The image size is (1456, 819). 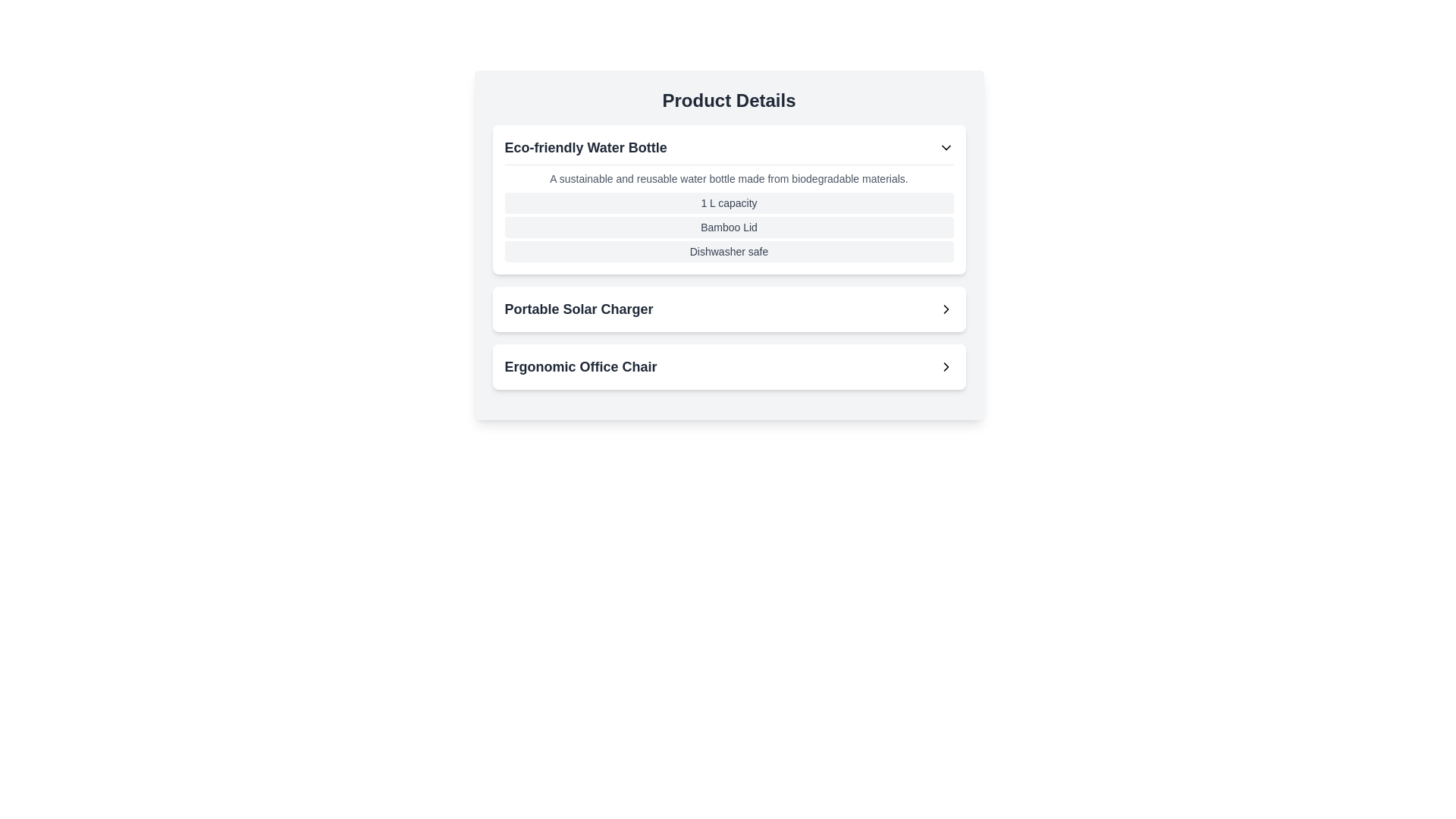 What do you see at coordinates (729, 250) in the screenshot?
I see `the text label indicating that the product is dishwasher safe, located in the Eco-friendly Water Bottle section, which is the third element in a vertical list` at bounding box center [729, 250].